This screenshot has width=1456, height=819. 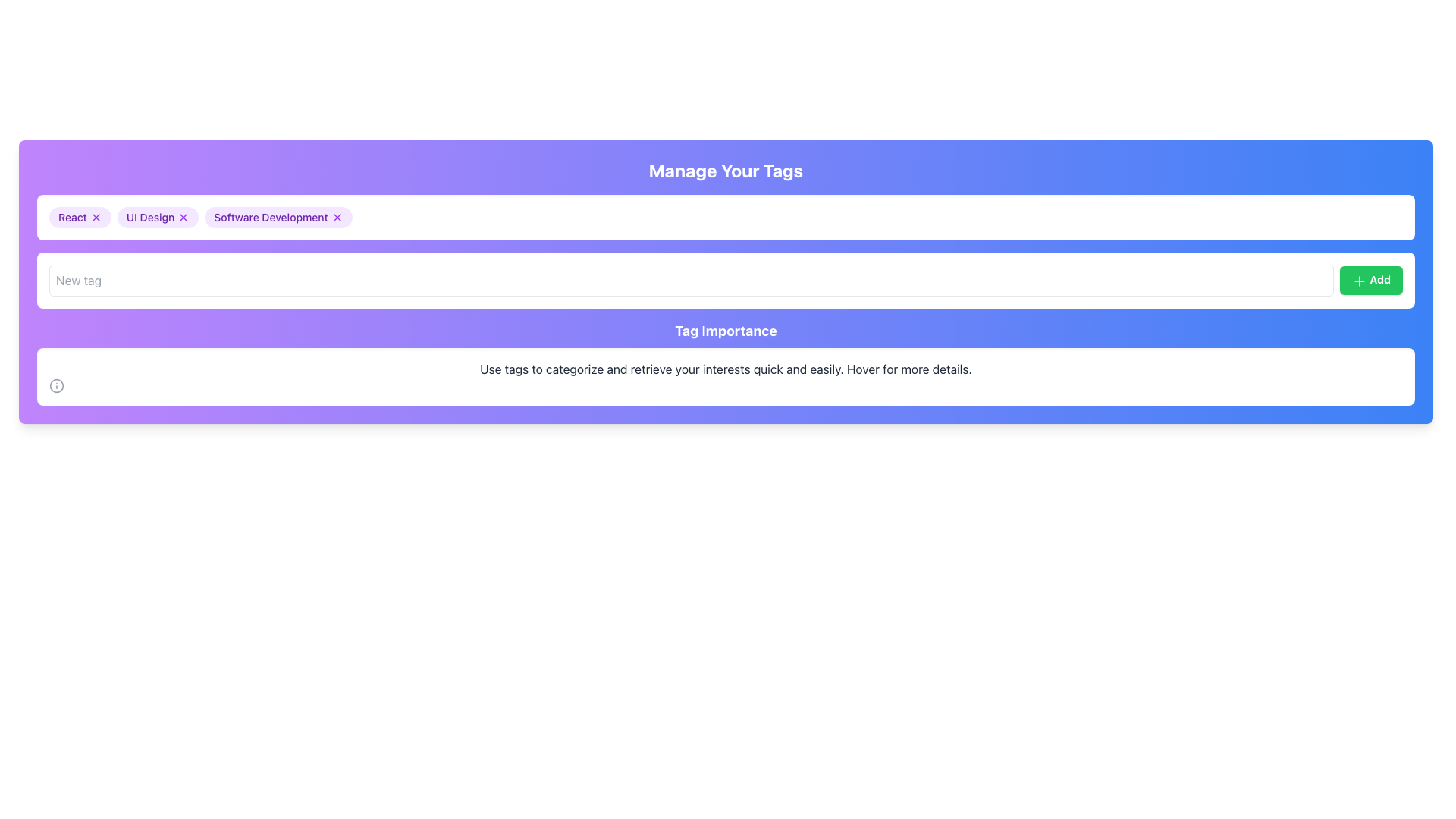 What do you see at coordinates (725, 170) in the screenshot?
I see `the Text Label that serves as the header for the section related to managing tags` at bounding box center [725, 170].